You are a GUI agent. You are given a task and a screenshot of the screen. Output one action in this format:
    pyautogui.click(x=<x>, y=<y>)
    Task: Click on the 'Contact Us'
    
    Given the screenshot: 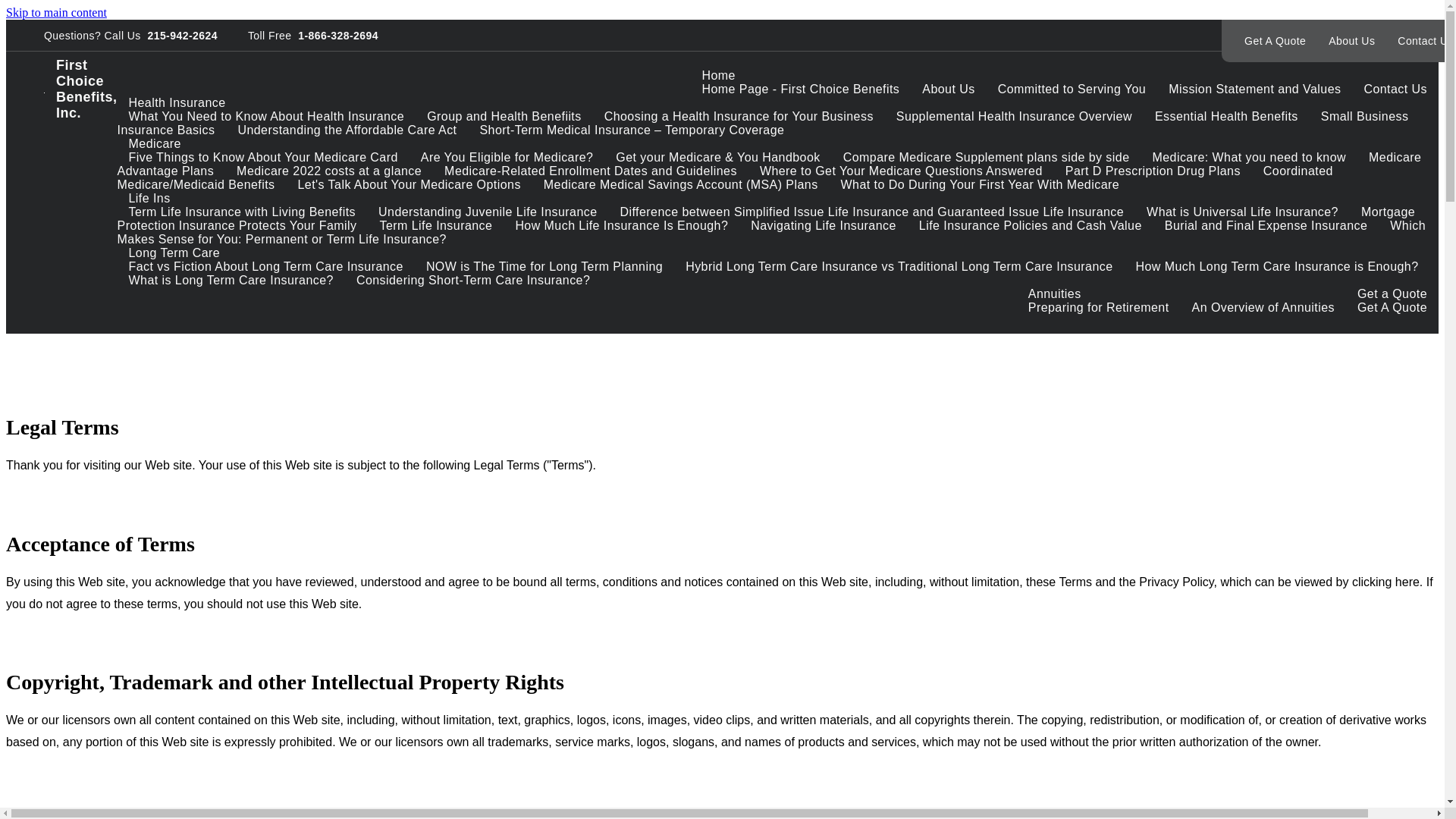 What is the action you would take?
    pyautogui.click(x=1395, y=89)
    